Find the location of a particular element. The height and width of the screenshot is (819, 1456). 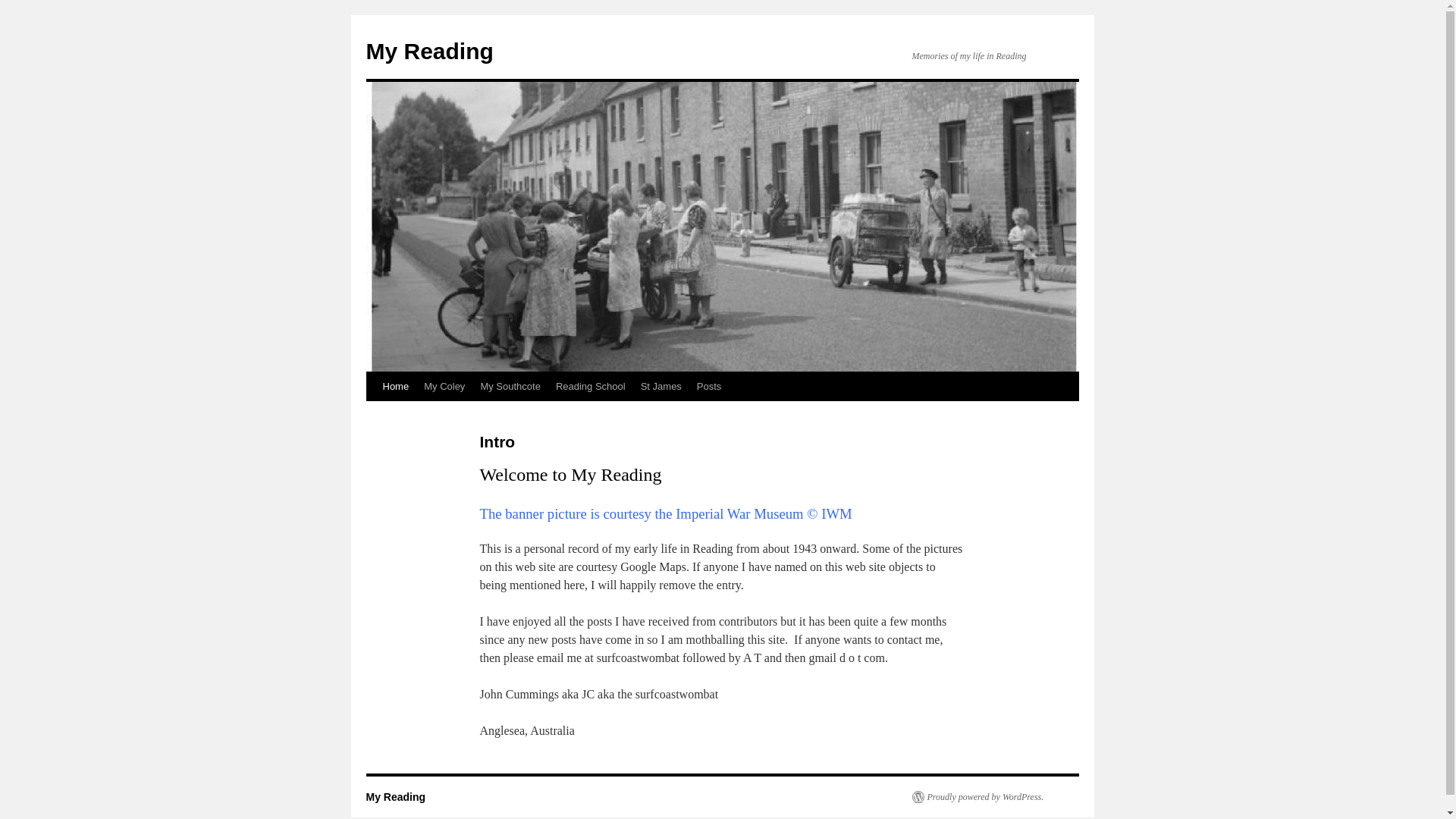

'Home' is located at coordinates (395, 385).